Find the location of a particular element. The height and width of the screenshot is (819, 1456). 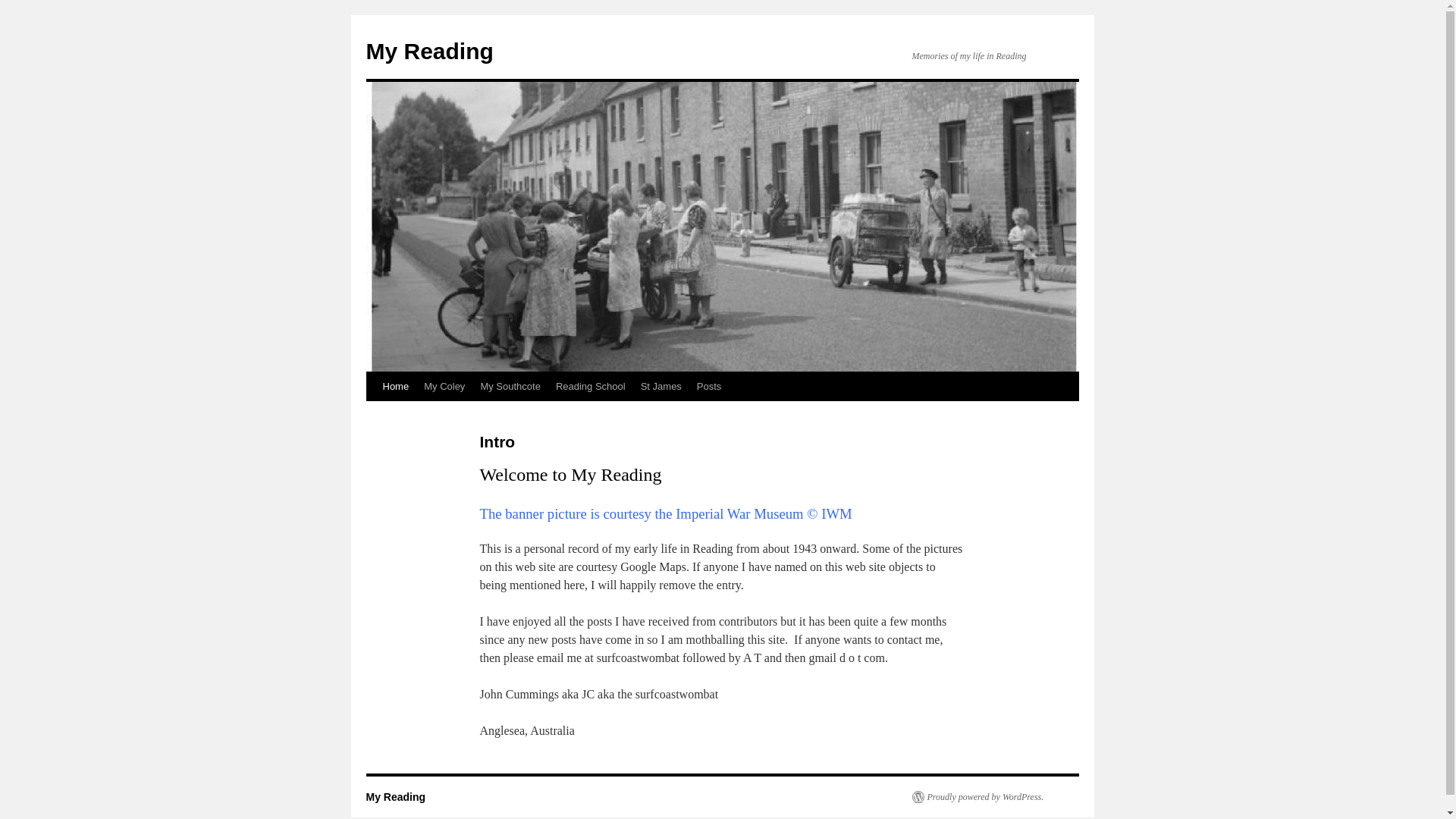

'Home' is located at coordinates (395, 385).